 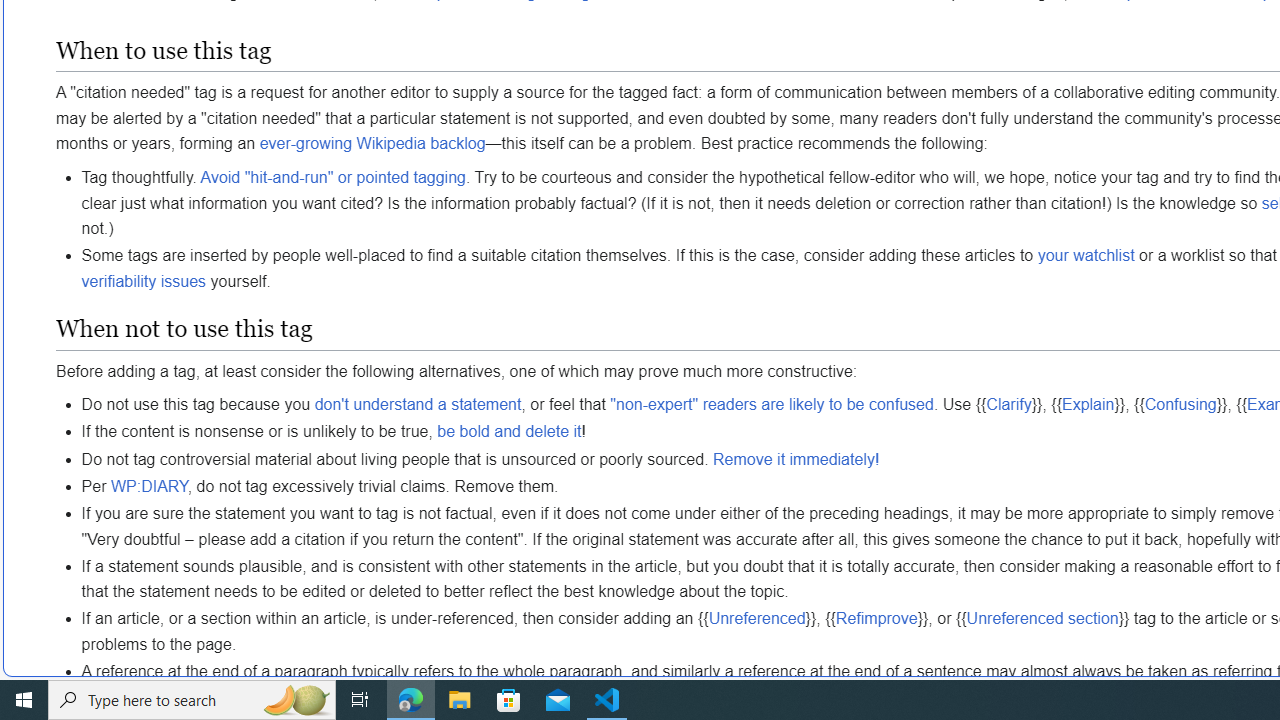 I want to click on 'don', so click(x=416, y=405).